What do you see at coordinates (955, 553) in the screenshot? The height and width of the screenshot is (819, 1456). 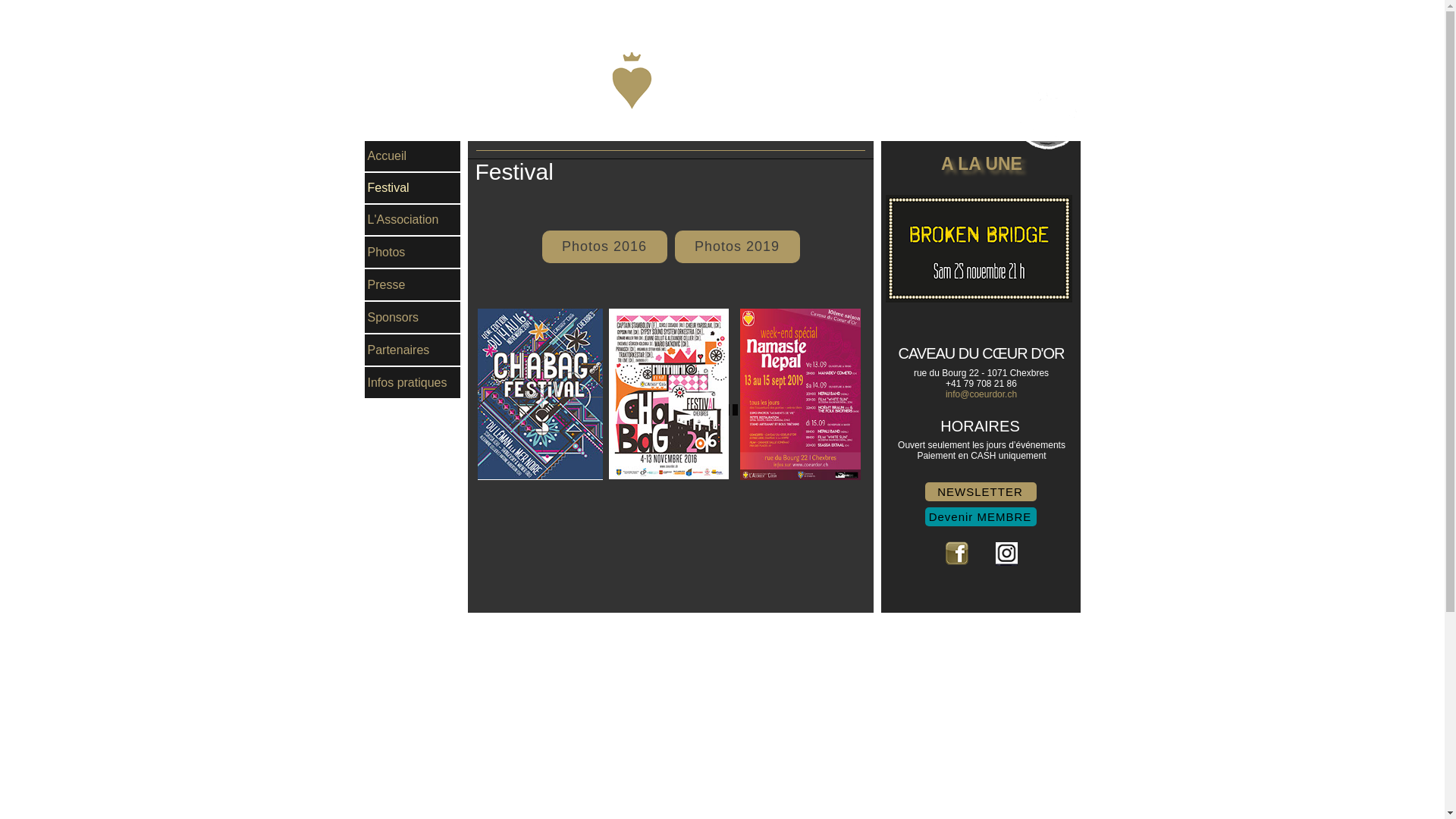 I see `'facebook'` at bounding box center [955, 553].